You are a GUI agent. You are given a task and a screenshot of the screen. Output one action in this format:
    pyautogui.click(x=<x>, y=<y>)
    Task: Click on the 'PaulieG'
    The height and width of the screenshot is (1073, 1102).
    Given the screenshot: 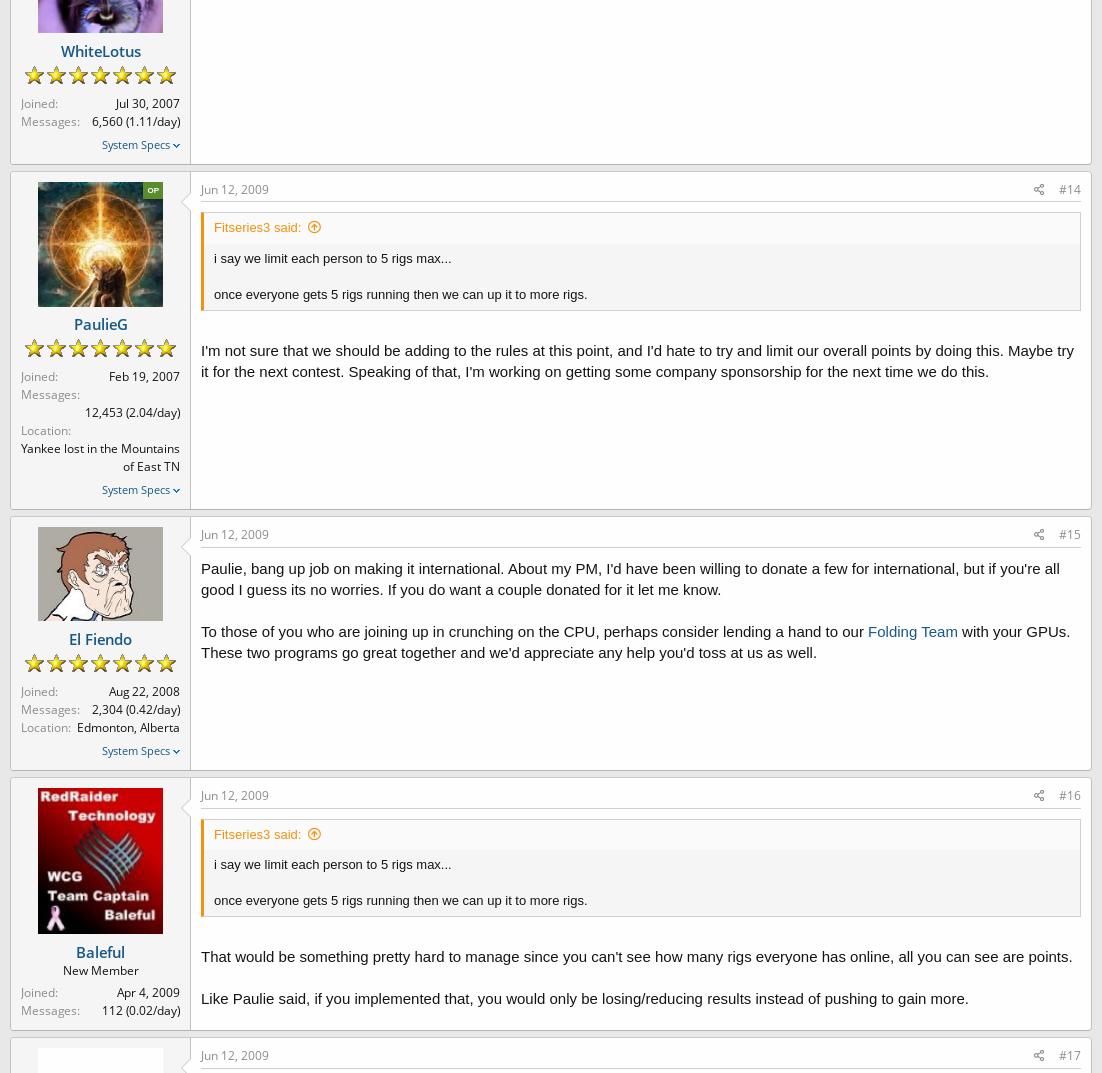 What is the action you would take?
    pyautogui.click(x=99, y=324)
    